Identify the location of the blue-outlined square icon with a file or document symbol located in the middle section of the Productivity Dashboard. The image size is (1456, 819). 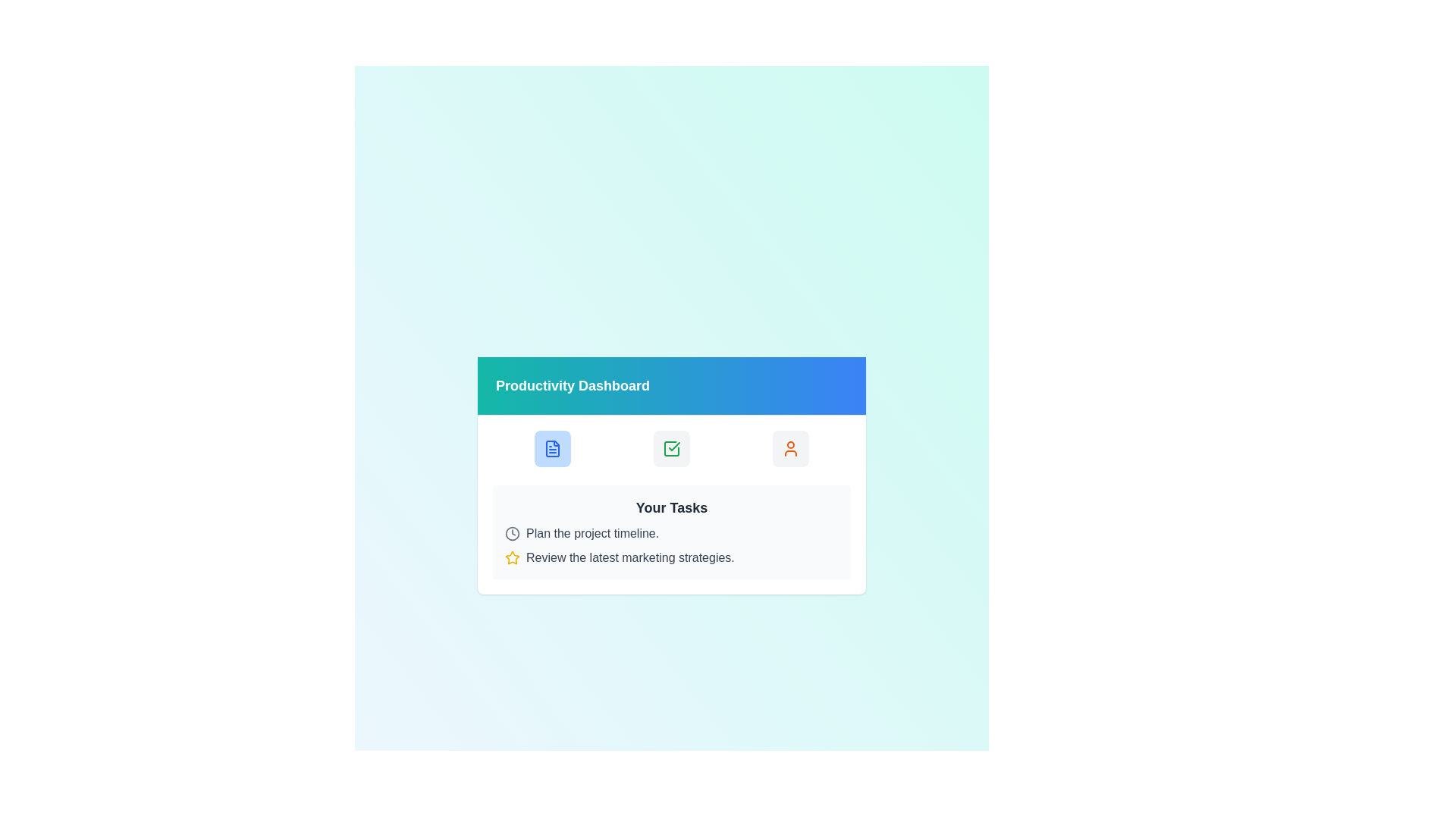
(551, 447).